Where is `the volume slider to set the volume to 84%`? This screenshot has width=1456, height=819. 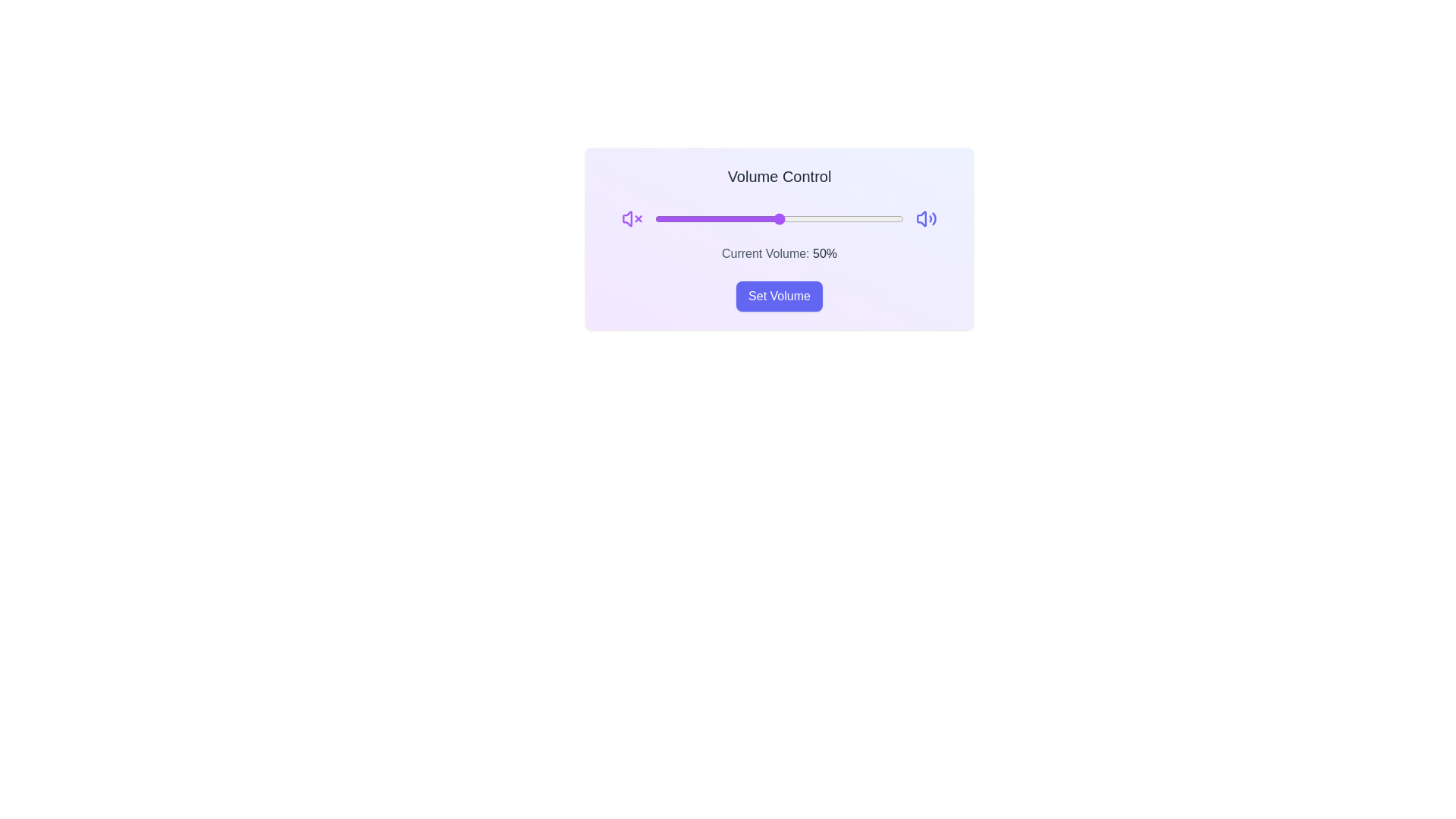
the volume slider to set the volume to 84% is located at coordinates (863, 219).